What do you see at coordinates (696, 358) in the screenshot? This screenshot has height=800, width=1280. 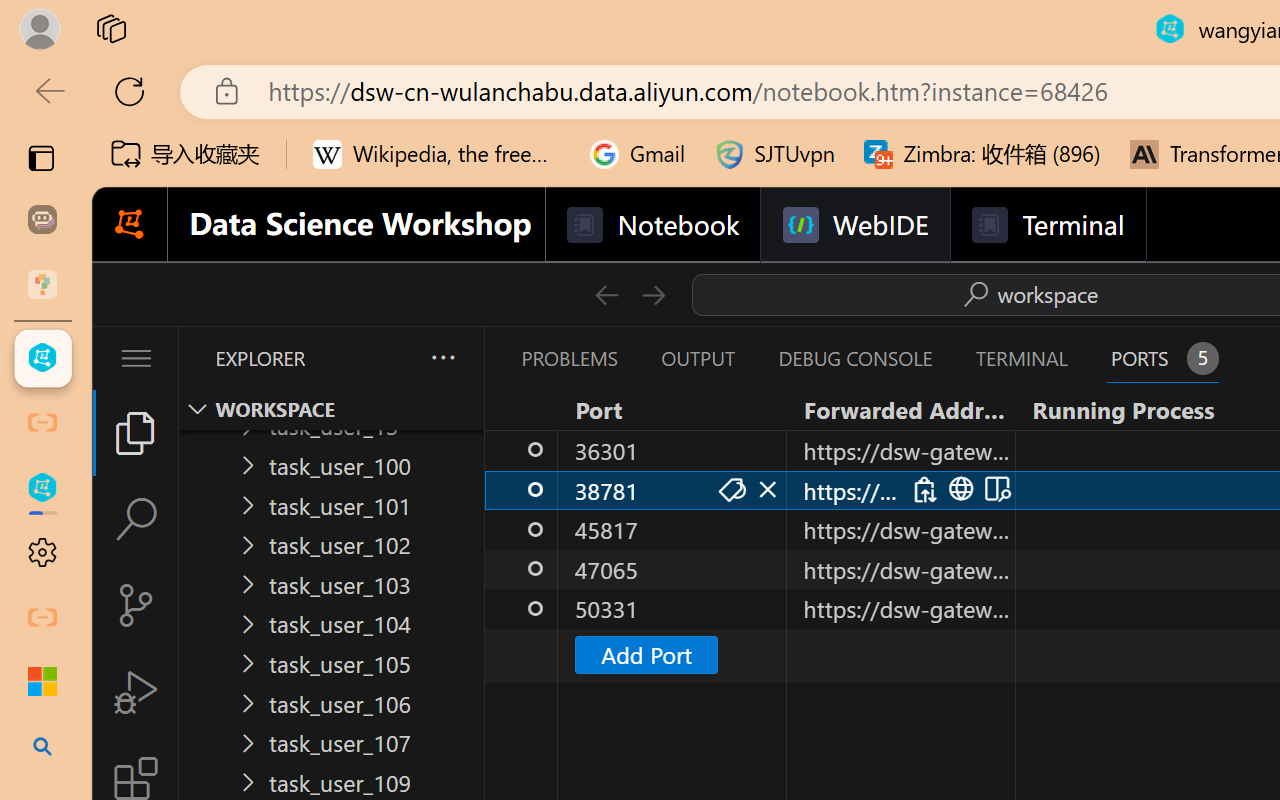 I see `'Output (Ctrl+Shift+U)'` at bounding box center [696, 358].